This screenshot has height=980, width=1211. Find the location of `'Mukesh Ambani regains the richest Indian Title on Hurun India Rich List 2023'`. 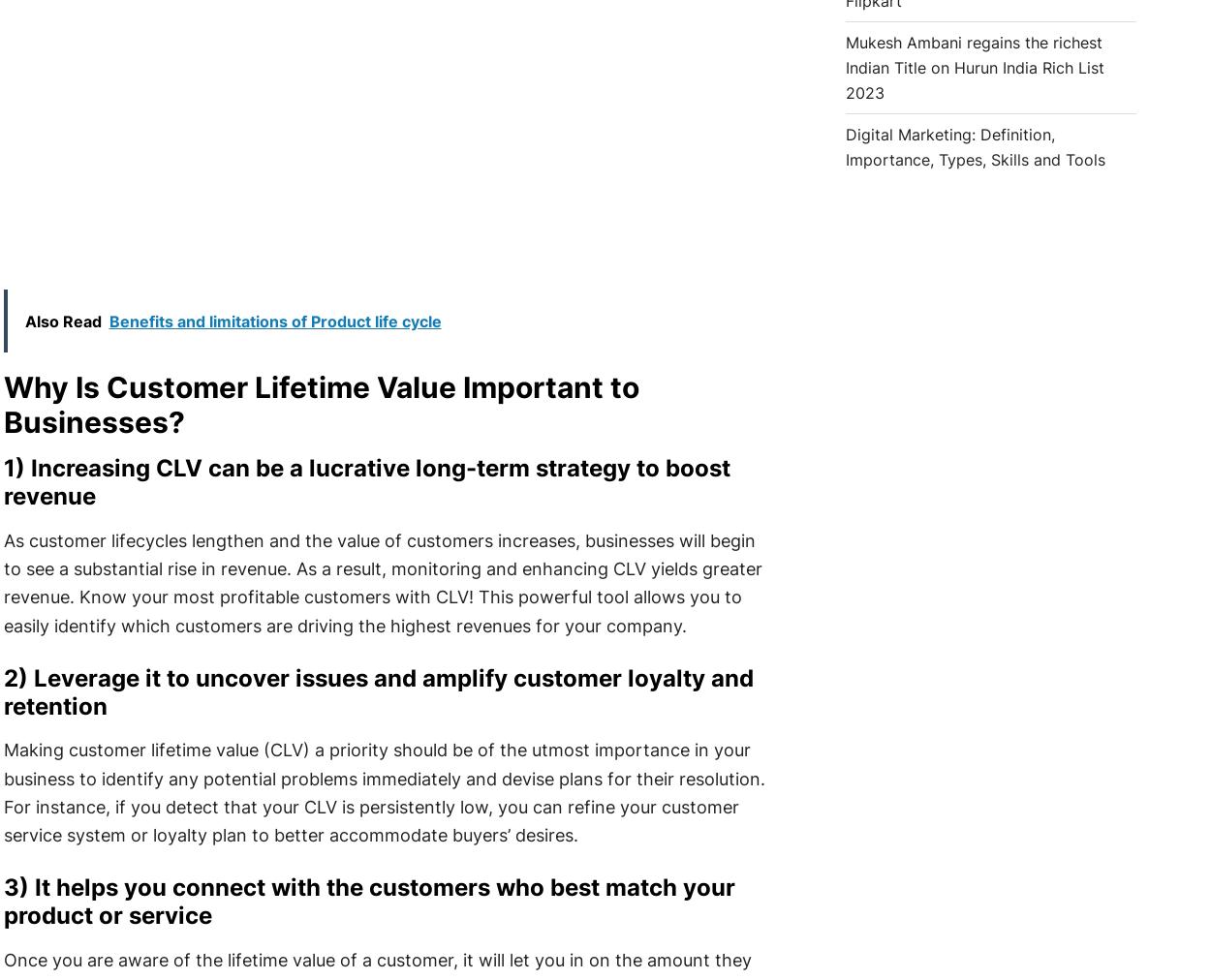

'Mukesh Ambani regains the richest Indian Title on Hurun India Rich List 2023' is located at coordinates (974, 66).